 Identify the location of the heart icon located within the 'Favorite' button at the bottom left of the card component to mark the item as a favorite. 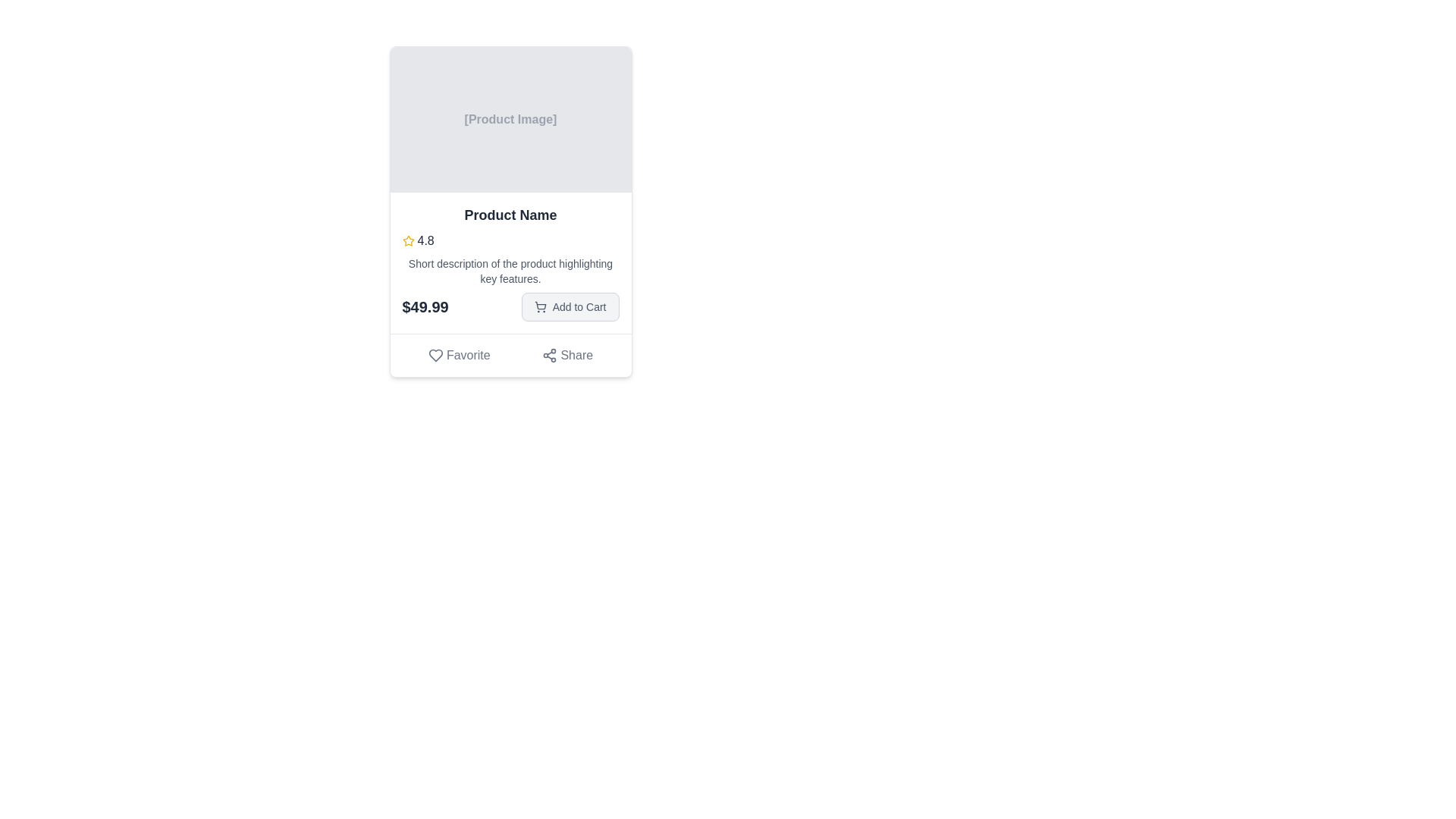
(435, 356).